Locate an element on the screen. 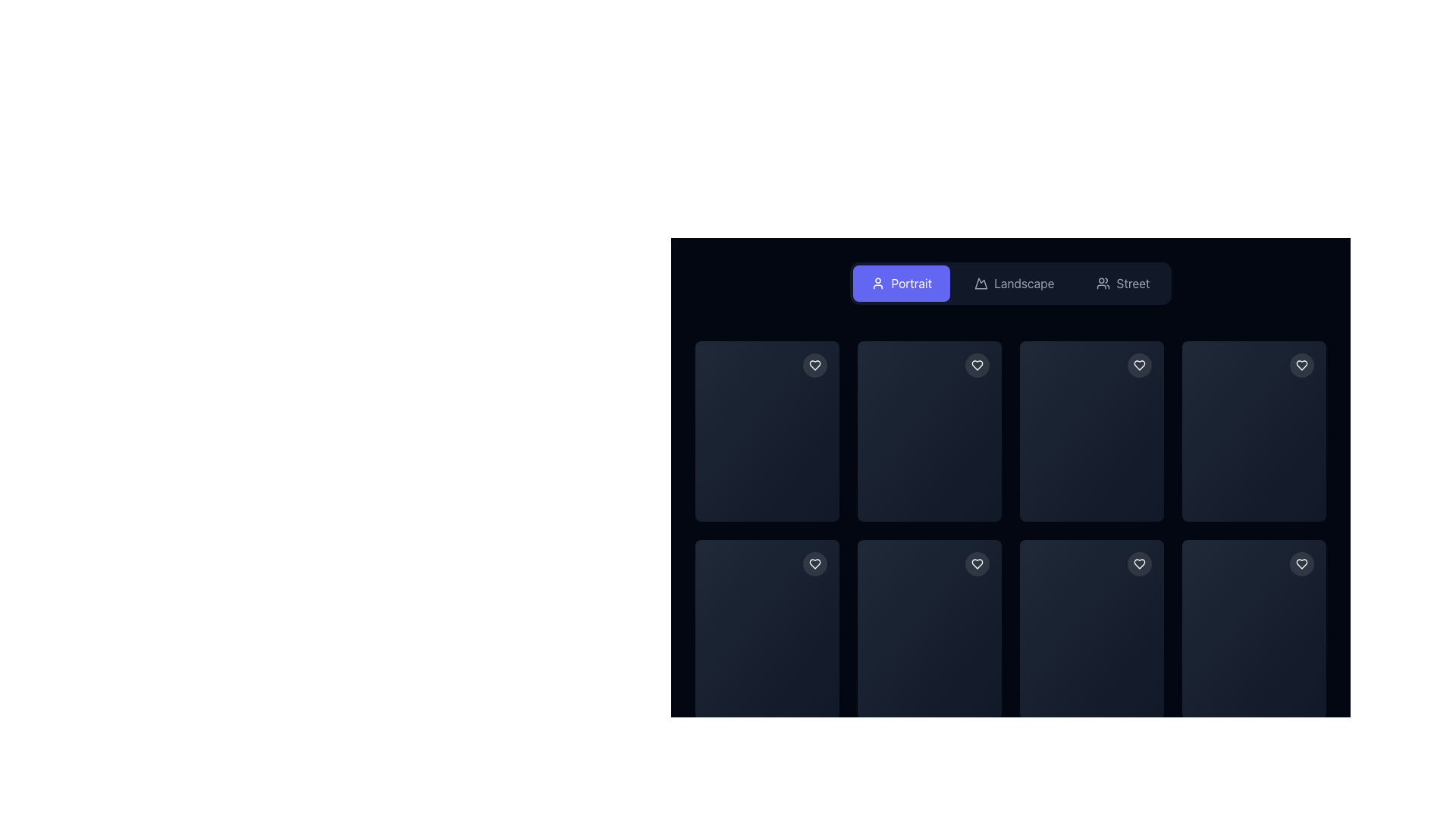 The height and width of the screenshot is (819, 1456). the circular button with a white heart icon at its center located in the top-right corner of the grid card in the fourth column of the last row is located at coordinates (1301, 563).